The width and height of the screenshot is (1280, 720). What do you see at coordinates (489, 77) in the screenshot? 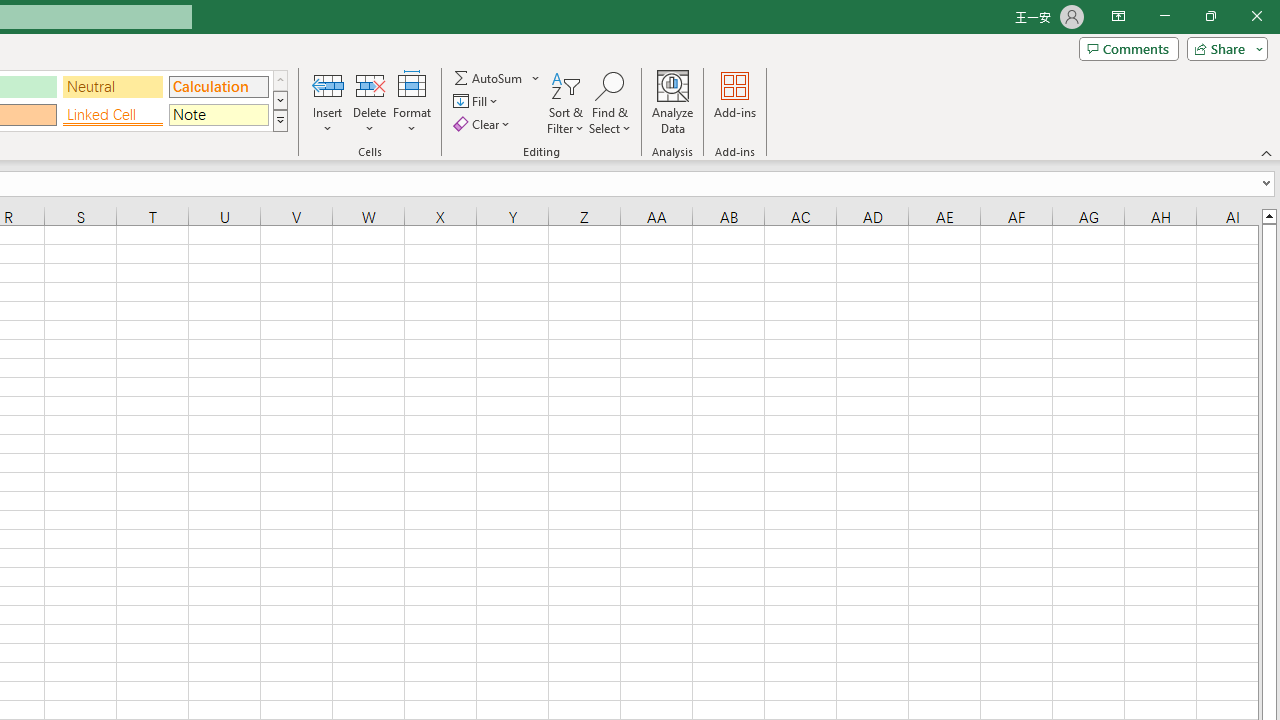
I see `'Sum'` at bounding box center [489, 77].